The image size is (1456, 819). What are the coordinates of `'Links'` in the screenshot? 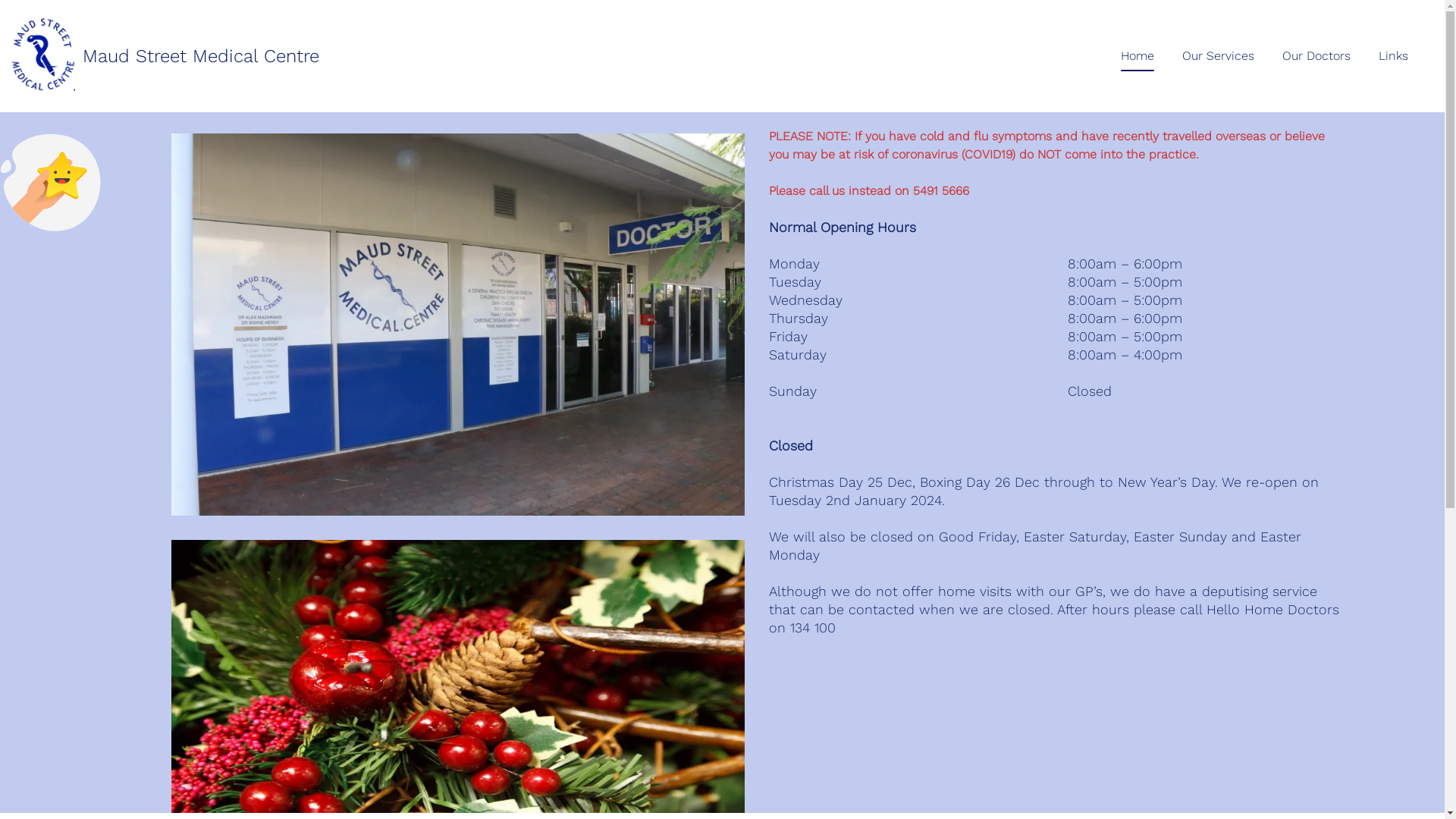 It's located at (1393, 55).